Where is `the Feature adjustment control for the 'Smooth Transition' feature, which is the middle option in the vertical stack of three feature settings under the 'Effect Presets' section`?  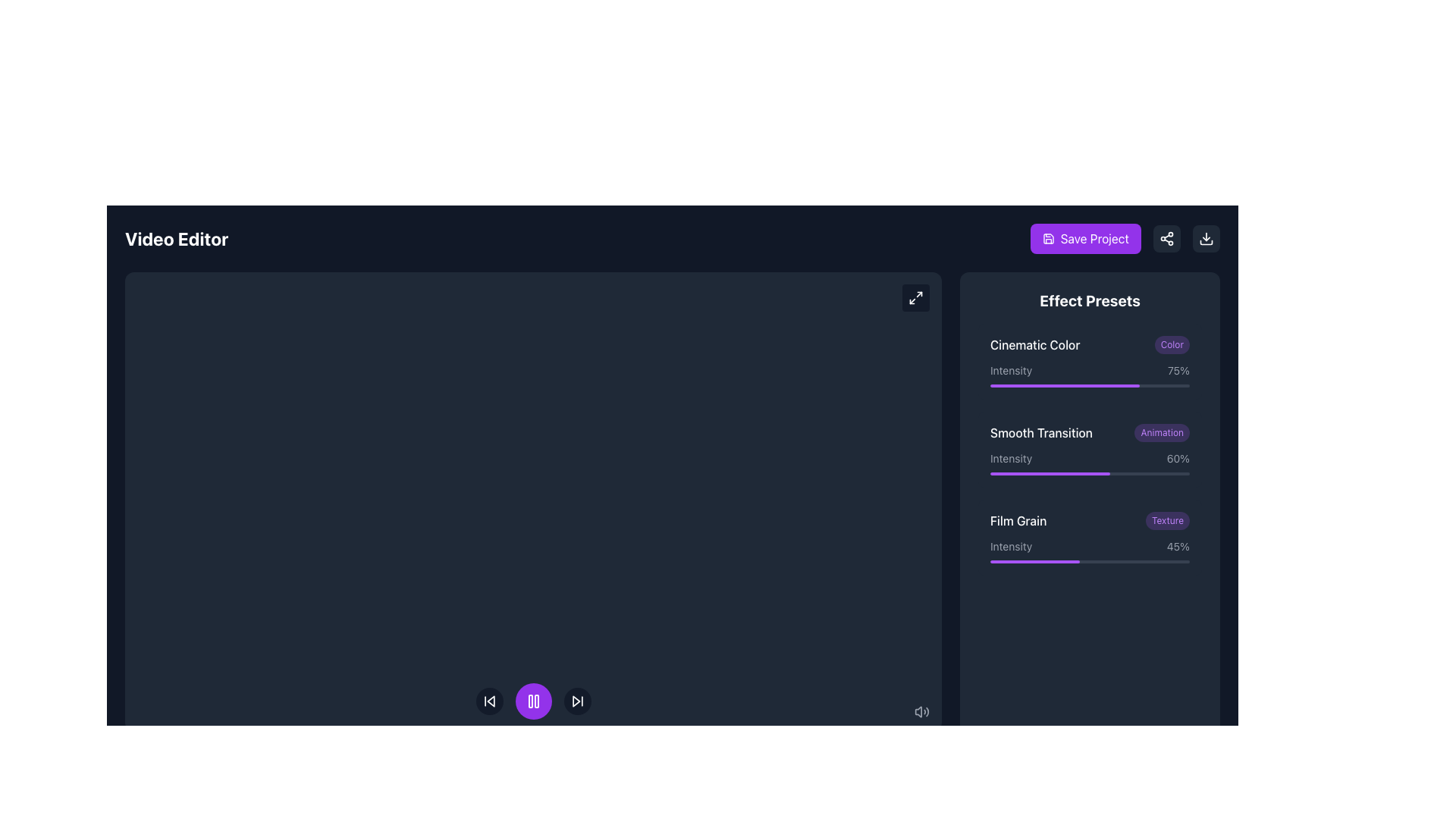 the Feature adjustment control for the 'Smooth Transition' feature, which is the middle option in the vertical stack of three feature settings under the 'Effect Presets' section is located at coordinates (1089, 449).